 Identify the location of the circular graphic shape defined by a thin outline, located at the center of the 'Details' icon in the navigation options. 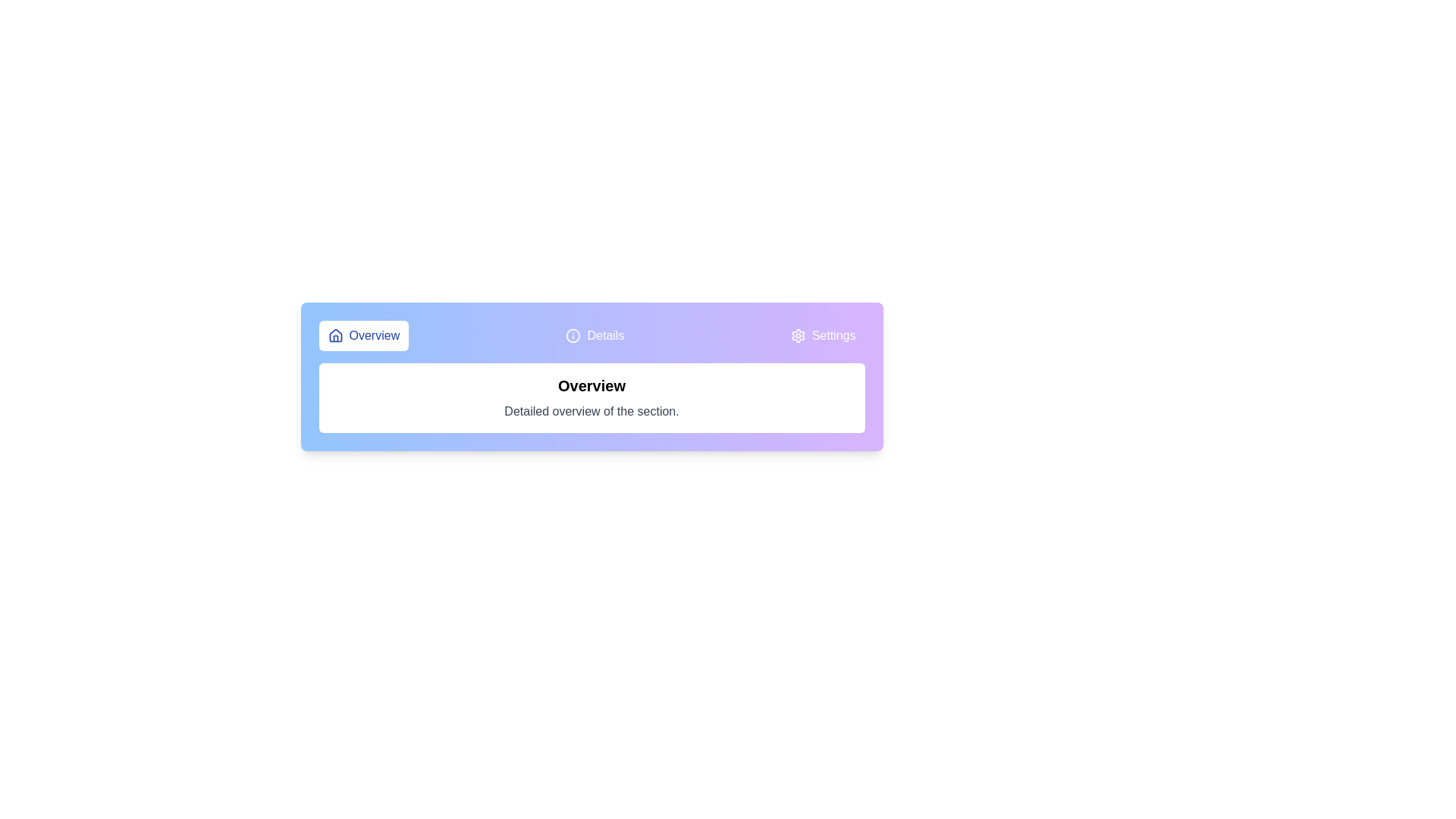
(573, 335).